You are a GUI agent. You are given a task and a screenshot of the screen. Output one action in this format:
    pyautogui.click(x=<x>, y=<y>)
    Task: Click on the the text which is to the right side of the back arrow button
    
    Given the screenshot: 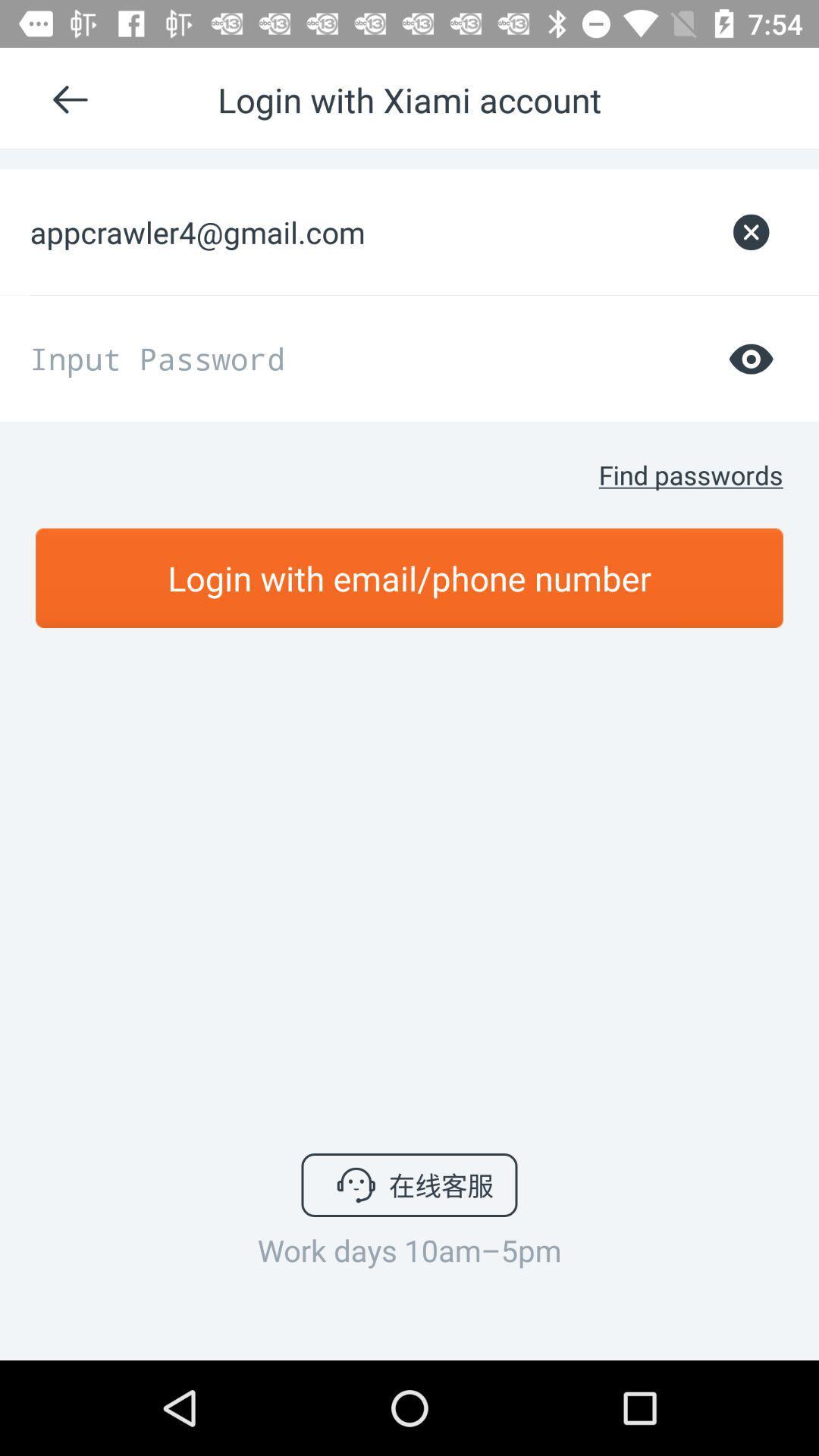 What is the action you would take?
    pyautogui.click(x=409, y=99)
    